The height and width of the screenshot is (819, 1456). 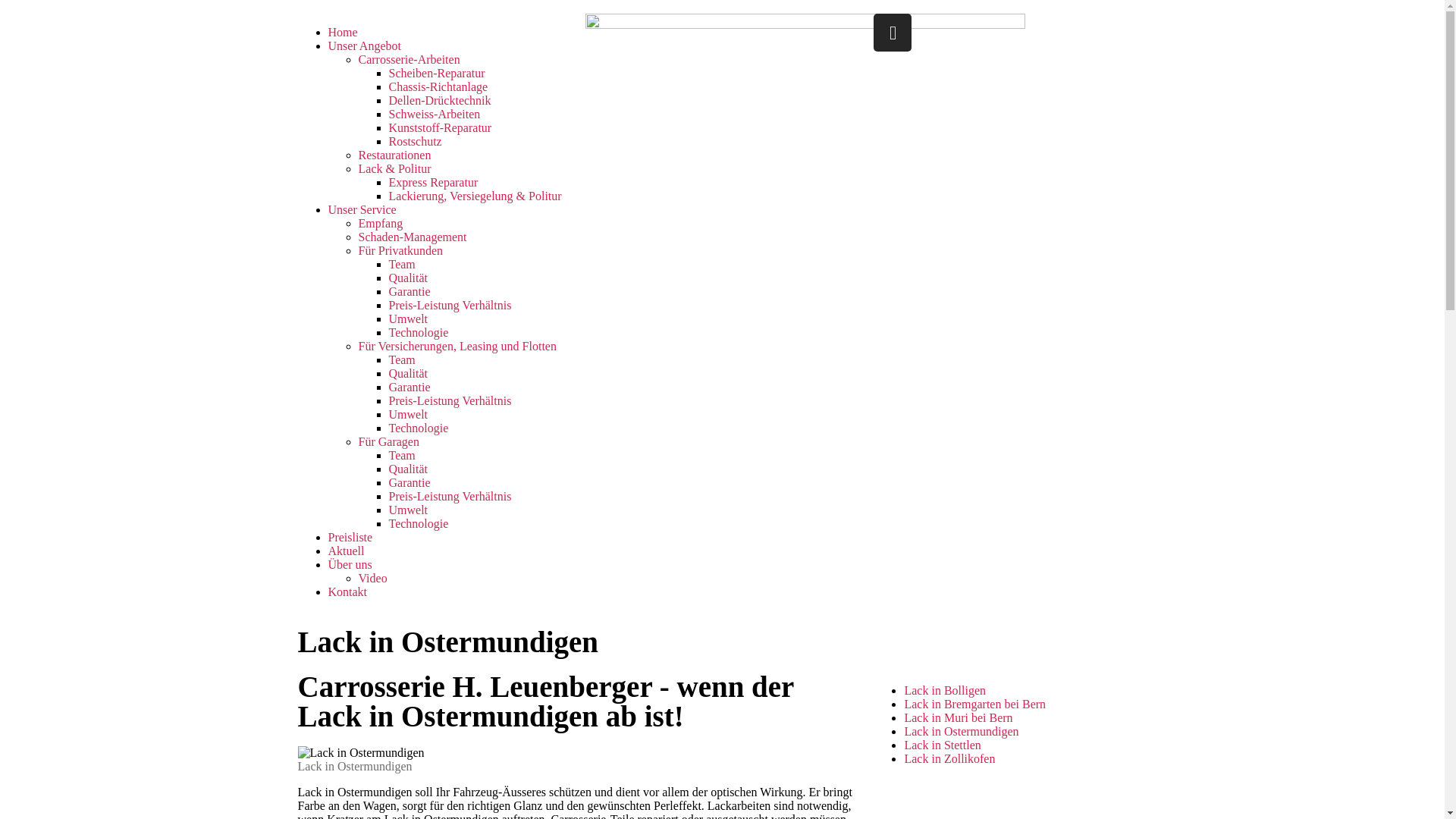 What do you see at coordinates (439, 127) in the screenshot?
I see `'Kunststoff-Reparatur'` at bounding box center [439, 127].